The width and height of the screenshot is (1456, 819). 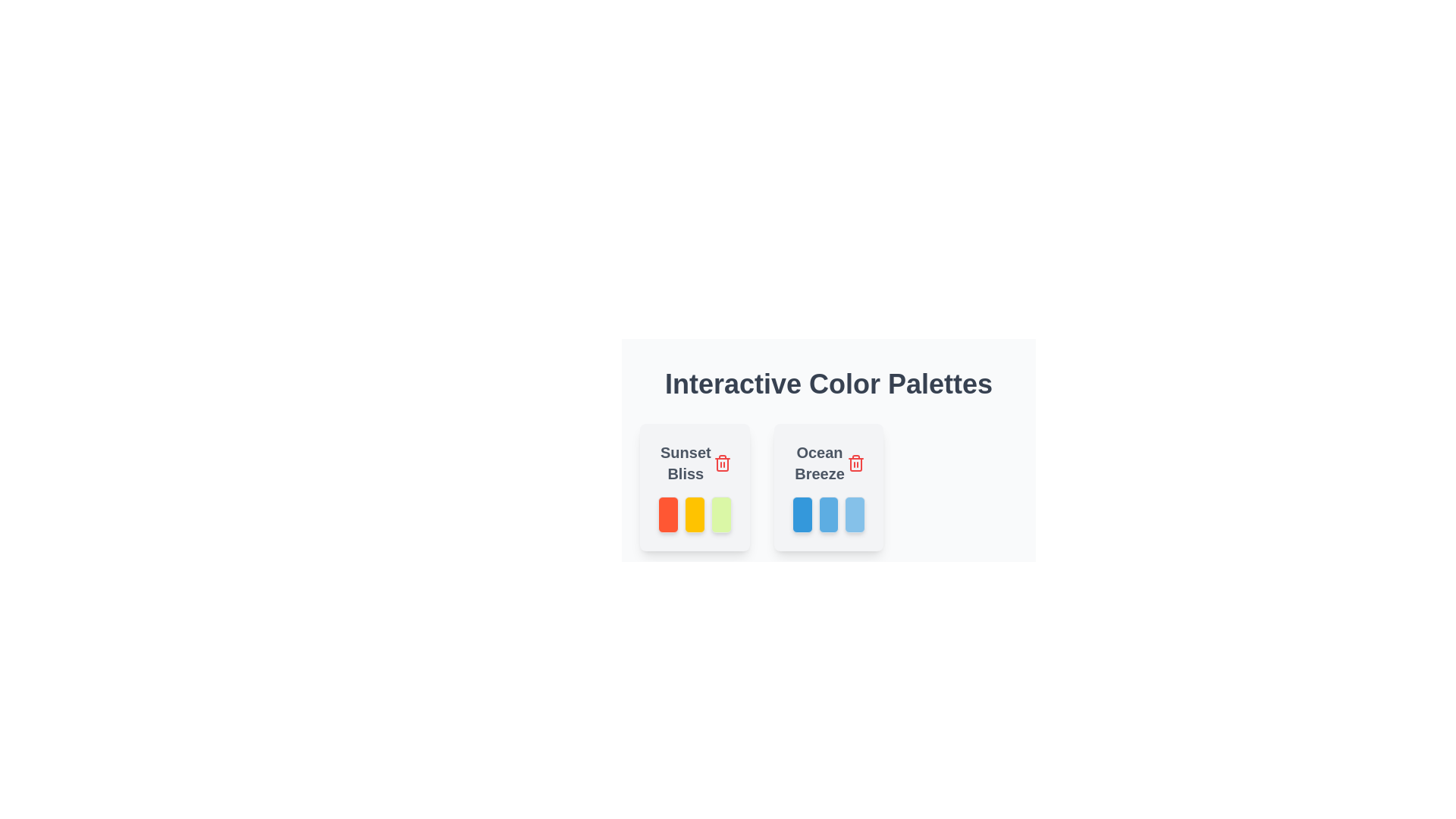 What do you see at coordinates (694, 513) in the screenshot?
I see `the second Decorative color block in the 'Sunset Bliss' theme palette, located in the leftmost column of the main layout` at bounding box center [694, 513].